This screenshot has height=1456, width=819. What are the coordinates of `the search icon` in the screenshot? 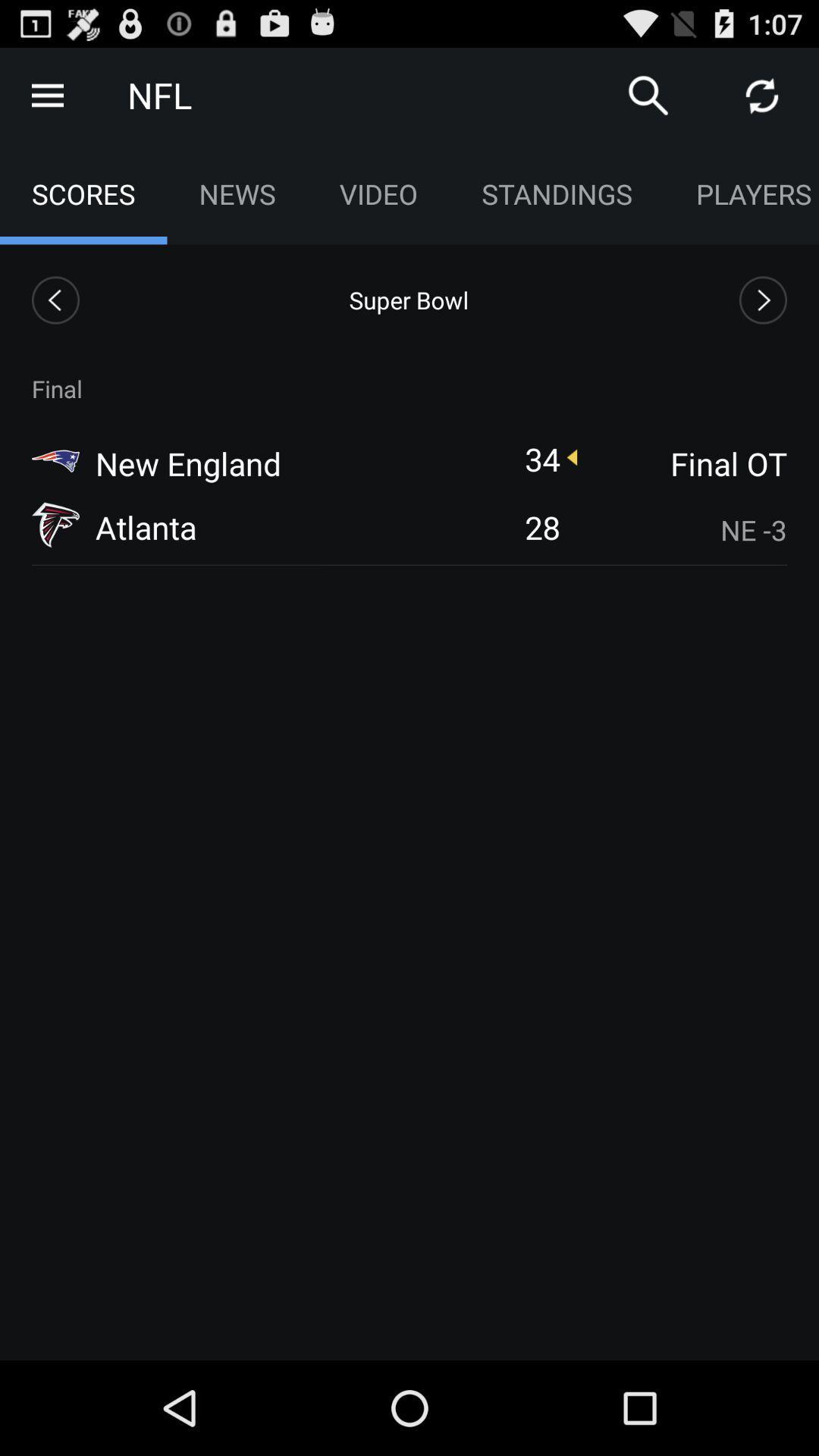 It's located at (648, 101).